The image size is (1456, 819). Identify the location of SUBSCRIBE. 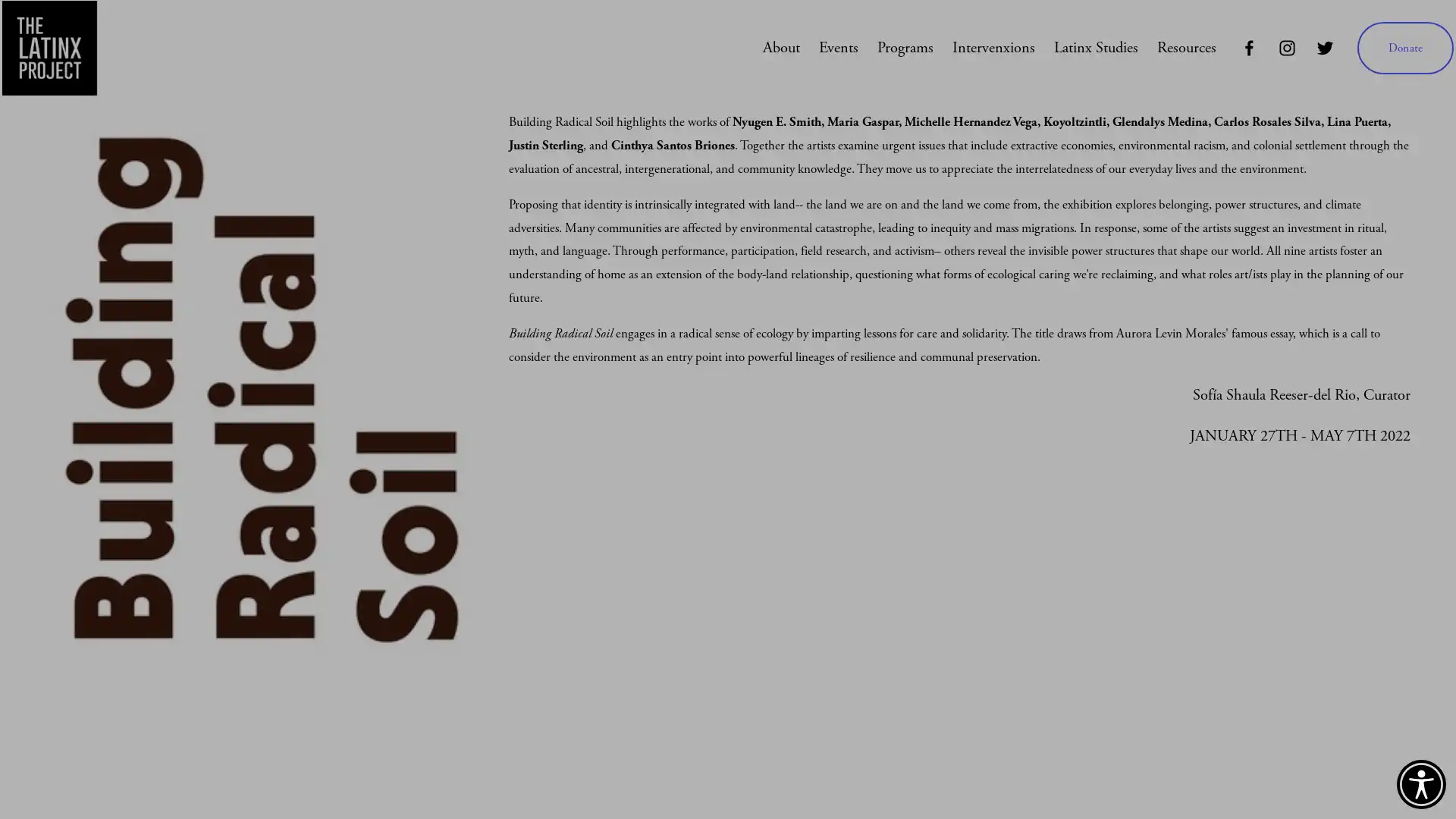
(1283, 661).